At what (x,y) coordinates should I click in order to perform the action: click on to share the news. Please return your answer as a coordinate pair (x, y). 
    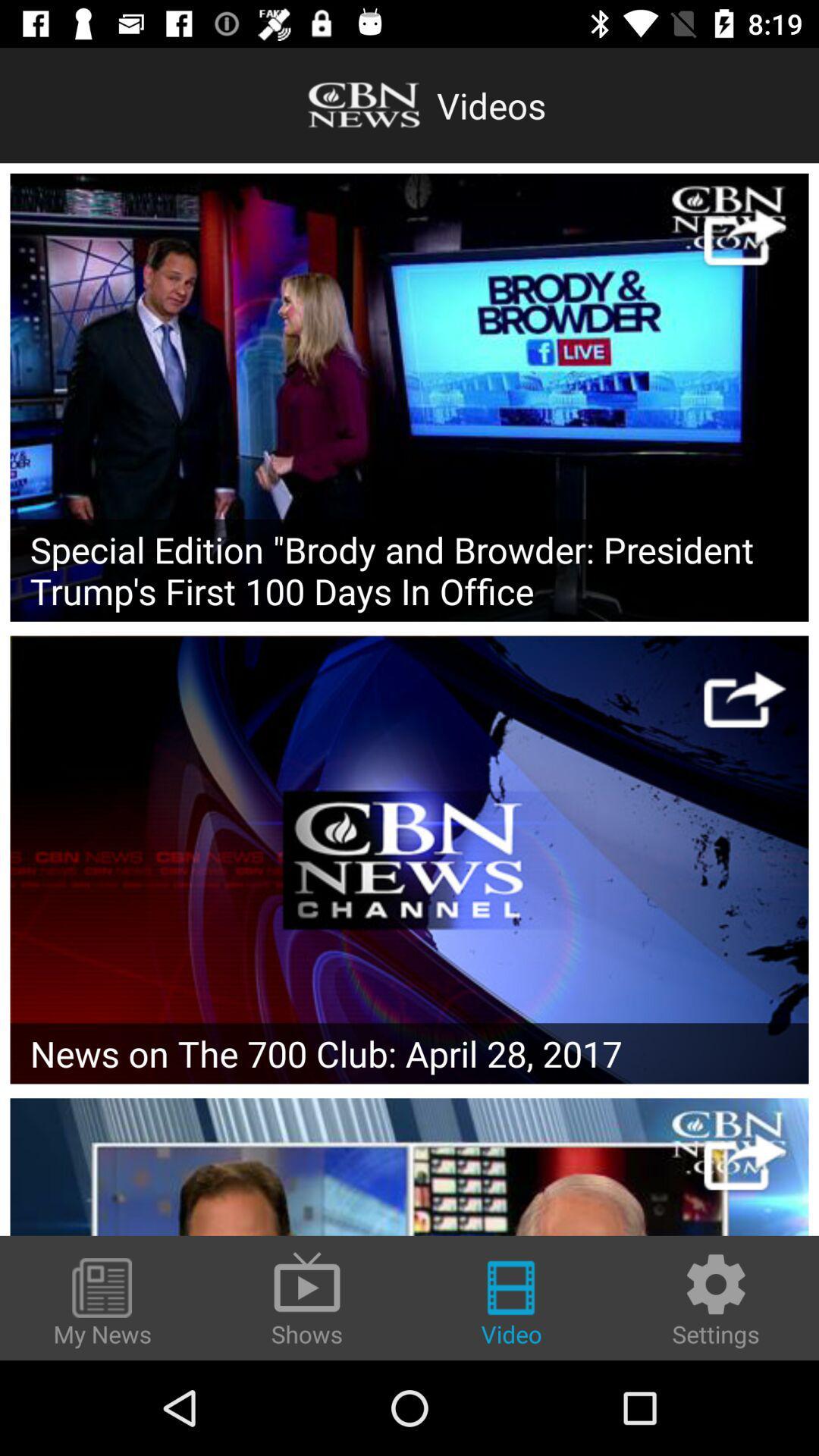
    Looking at the image, I should click on (744, 698).